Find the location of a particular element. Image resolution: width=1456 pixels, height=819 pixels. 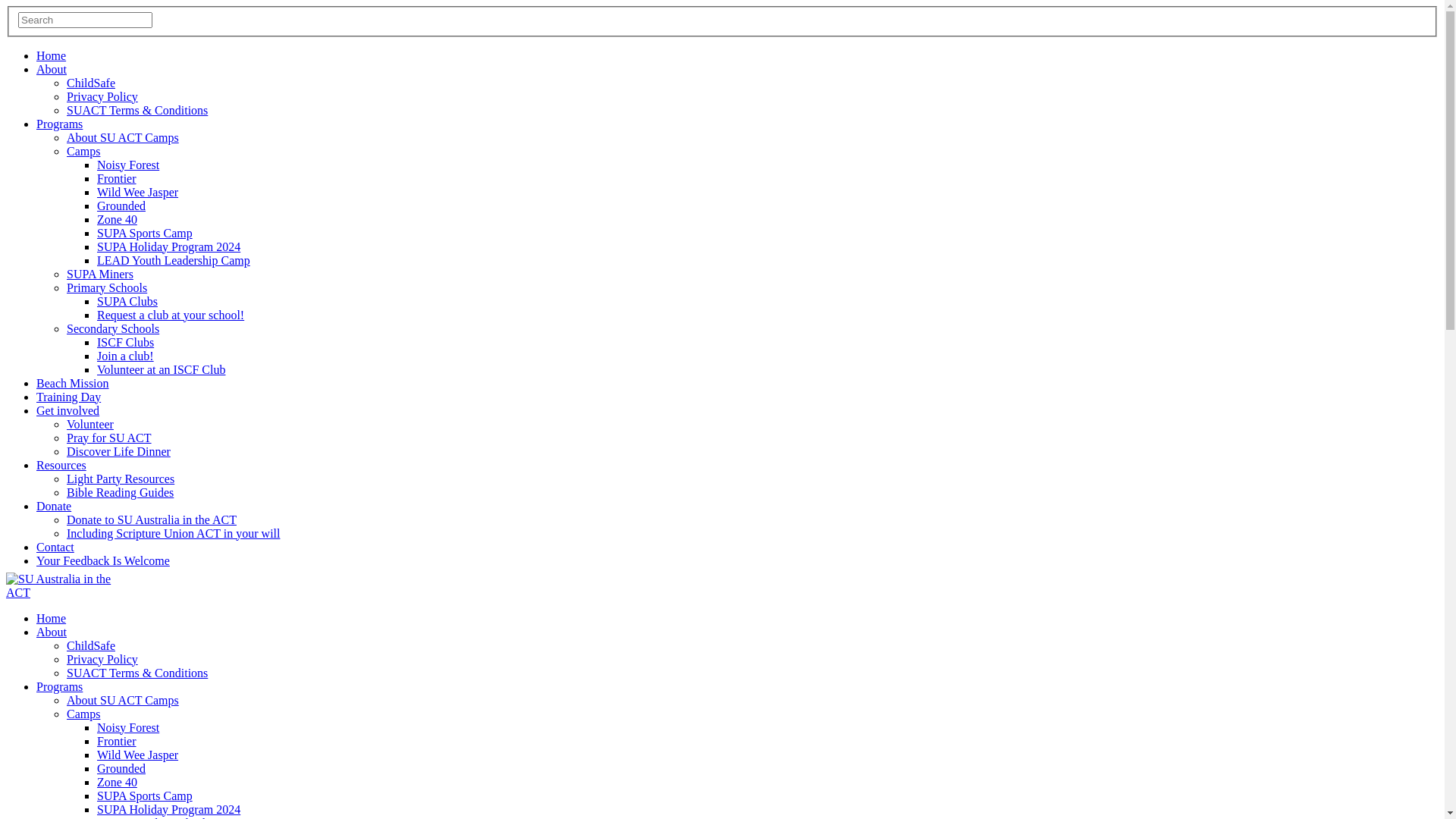

'Frontier' is located at coordinates (115, 177).